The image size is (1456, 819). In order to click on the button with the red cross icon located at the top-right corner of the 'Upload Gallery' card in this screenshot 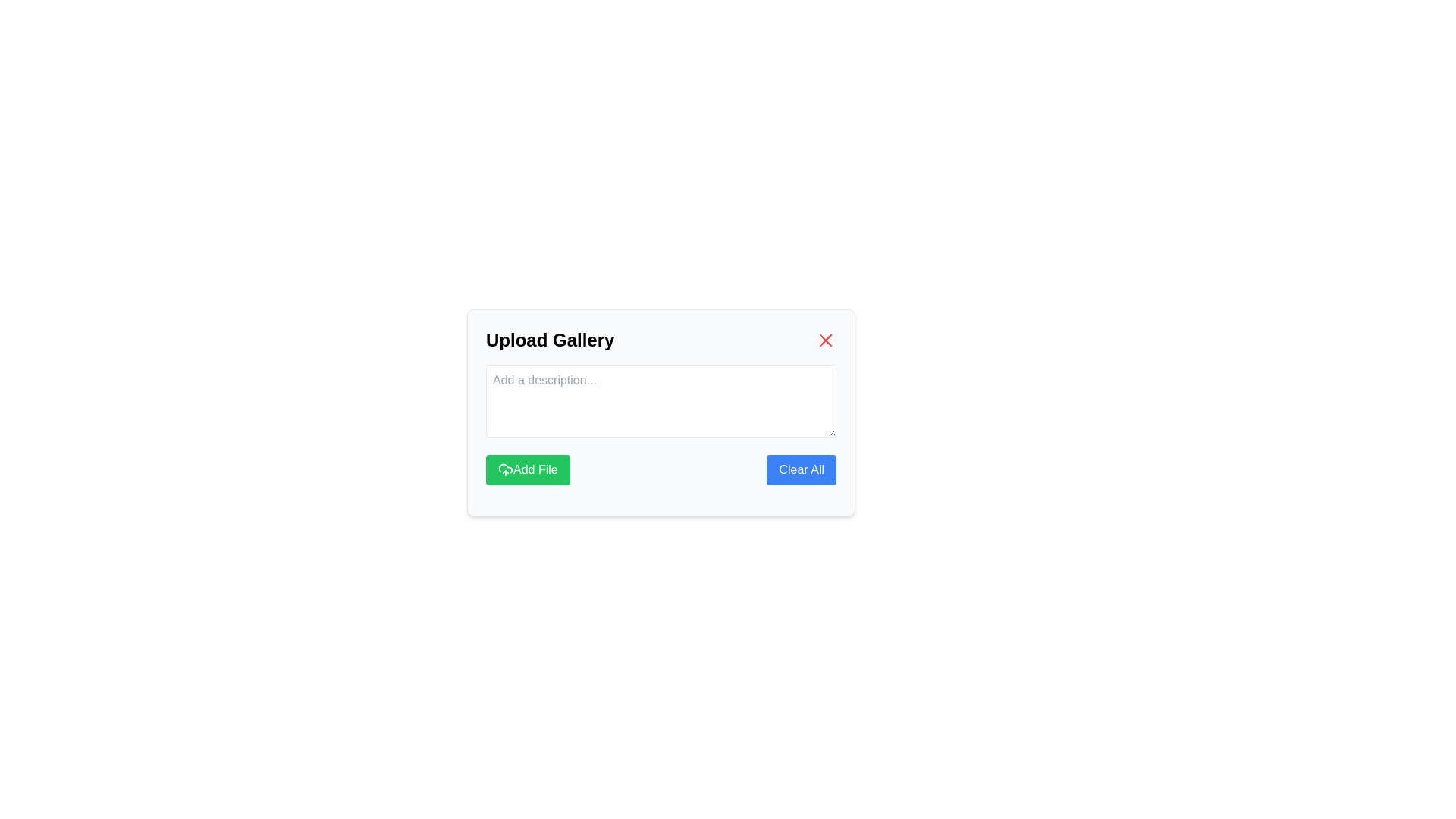, I will do `click(825, 339)`.